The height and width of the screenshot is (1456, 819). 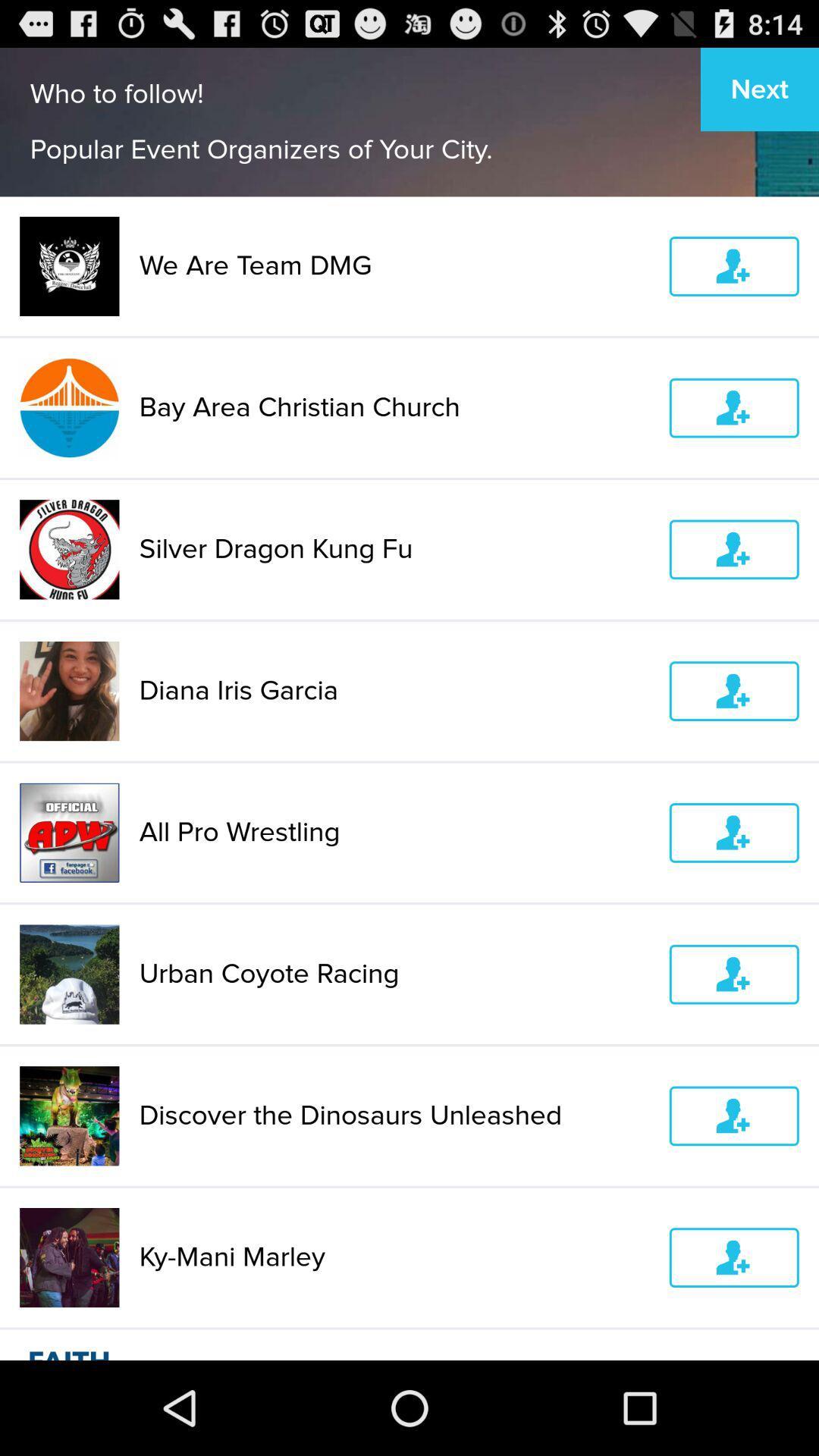 What do you see at coordinates (760, 89) in the screenshot?
I see `next icon` at bounding box center [760, 89].